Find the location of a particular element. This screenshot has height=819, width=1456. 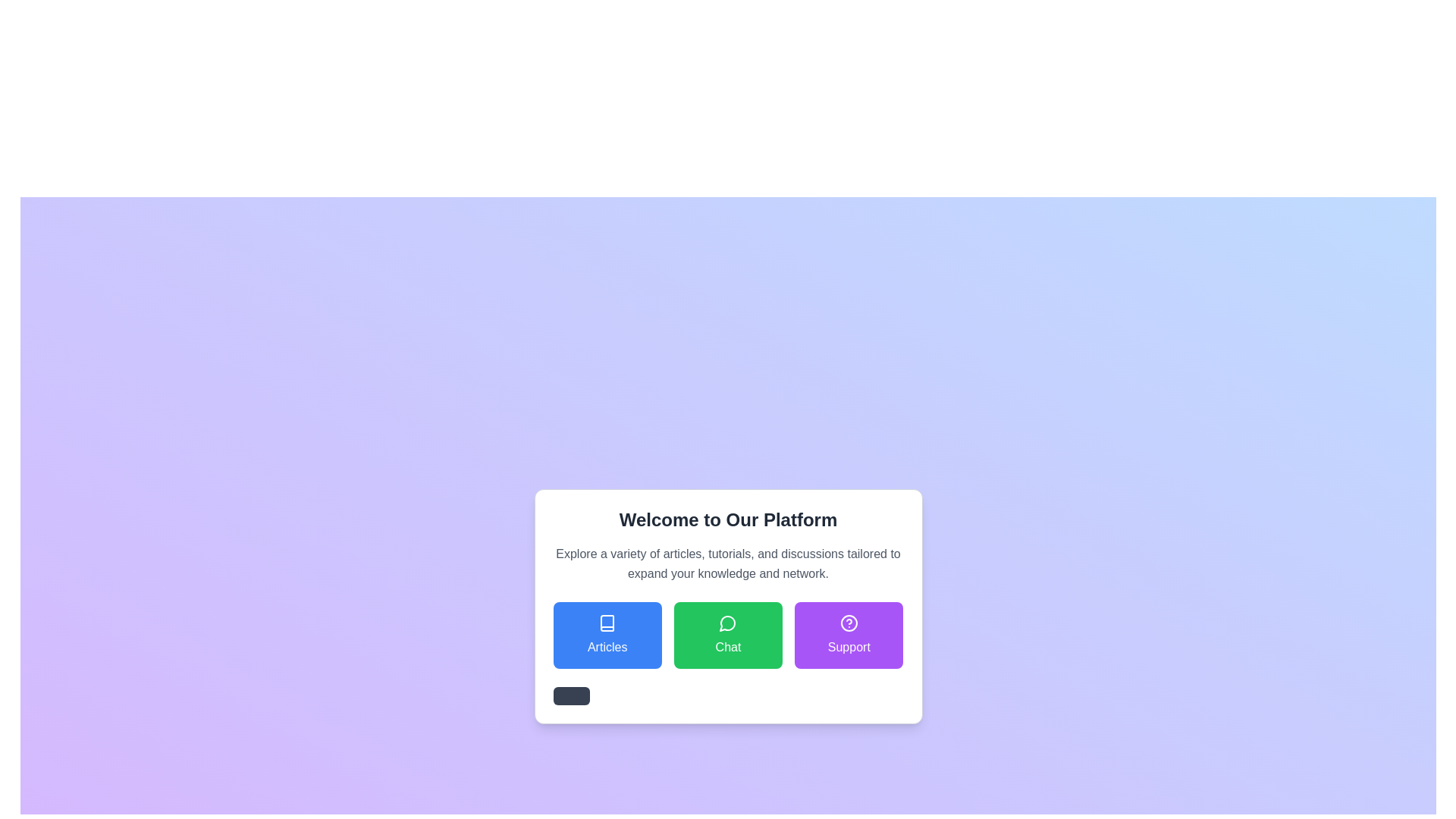

the middle button in the row of three buttons is located at coordinates (728, 635).